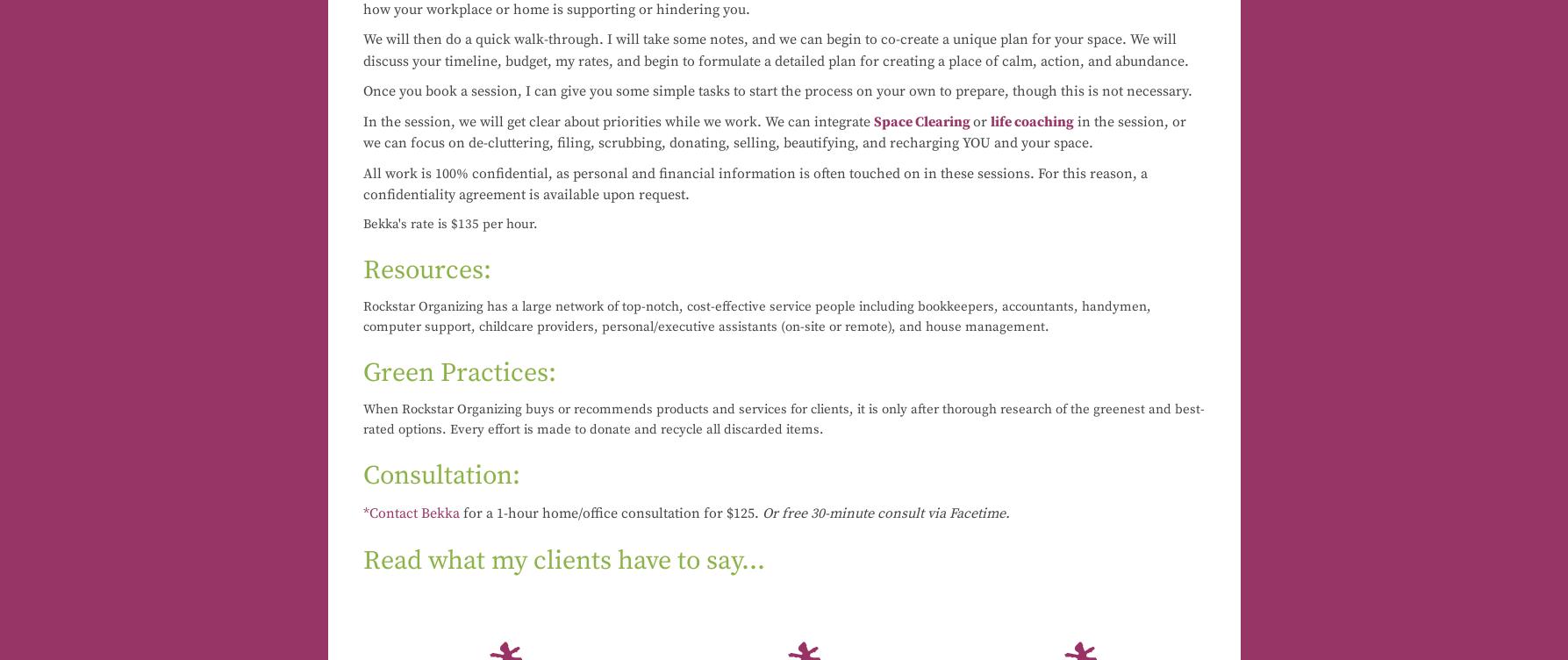  I want to click on 'Or free 30-minute consult via Facetime.', so click(884, 513).